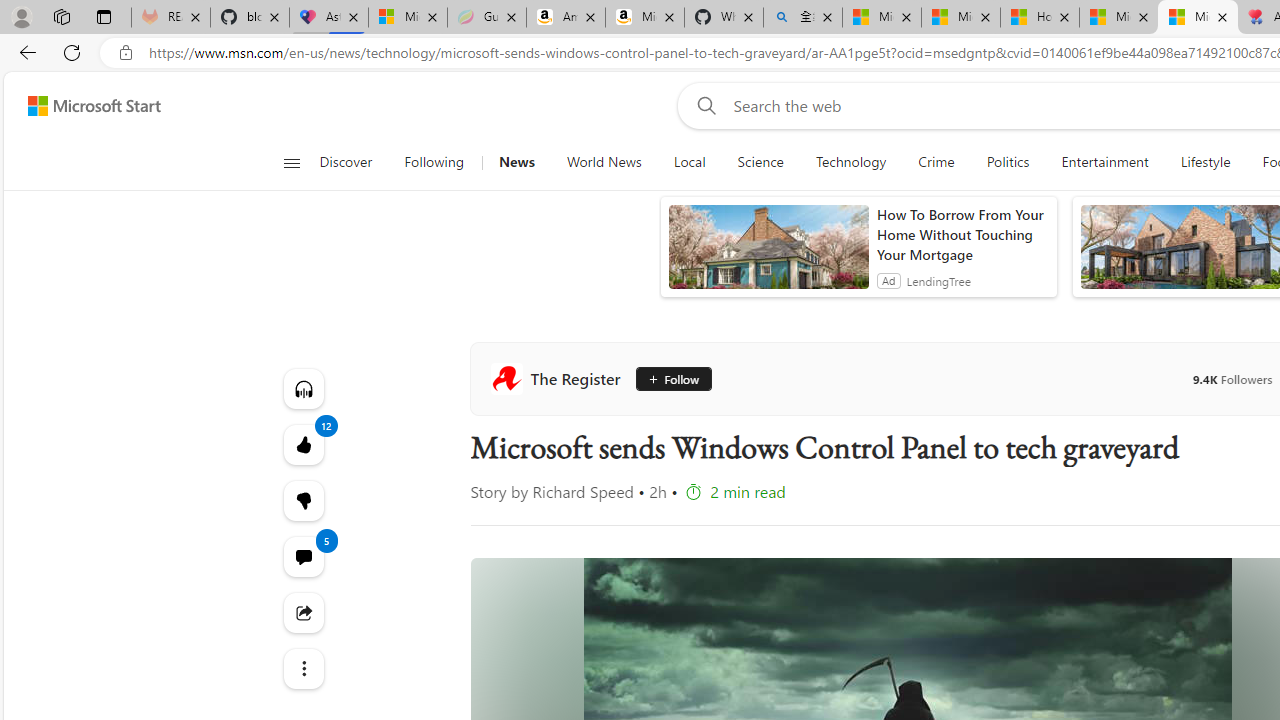 The image size is (1280, 720). What do you see at coordinates (671, 379) in the screenshot?
I see `'Follow'` at bounding box center [671, 379].